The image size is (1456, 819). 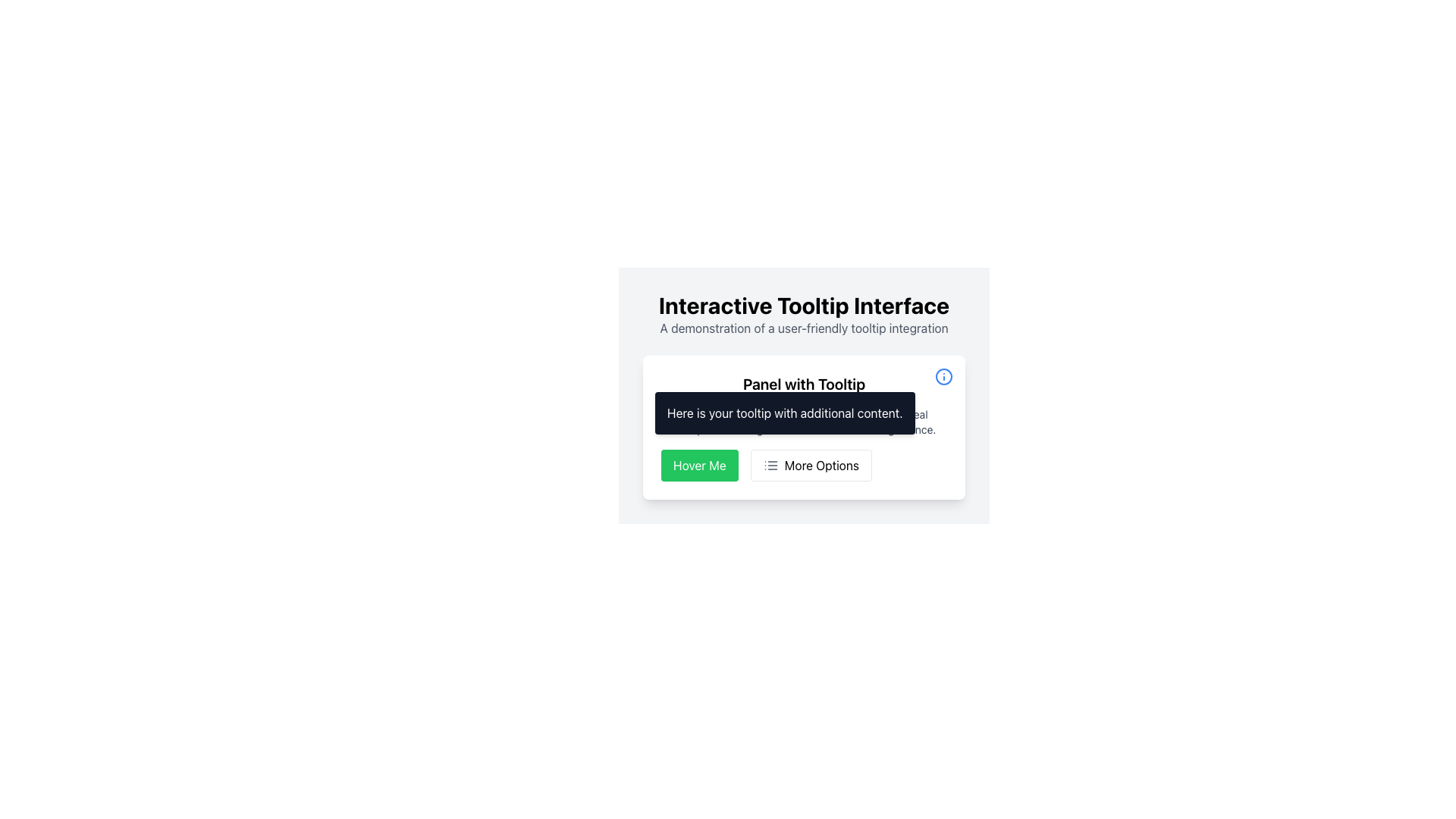 What do you see at coordinates (943, 376) in the screenshot?
I see `the outer circular boundary of the tooltip icon, which has a blue border and no fill, representing the circular graphic element of the SVG icon` at bounding box center [943, 376].